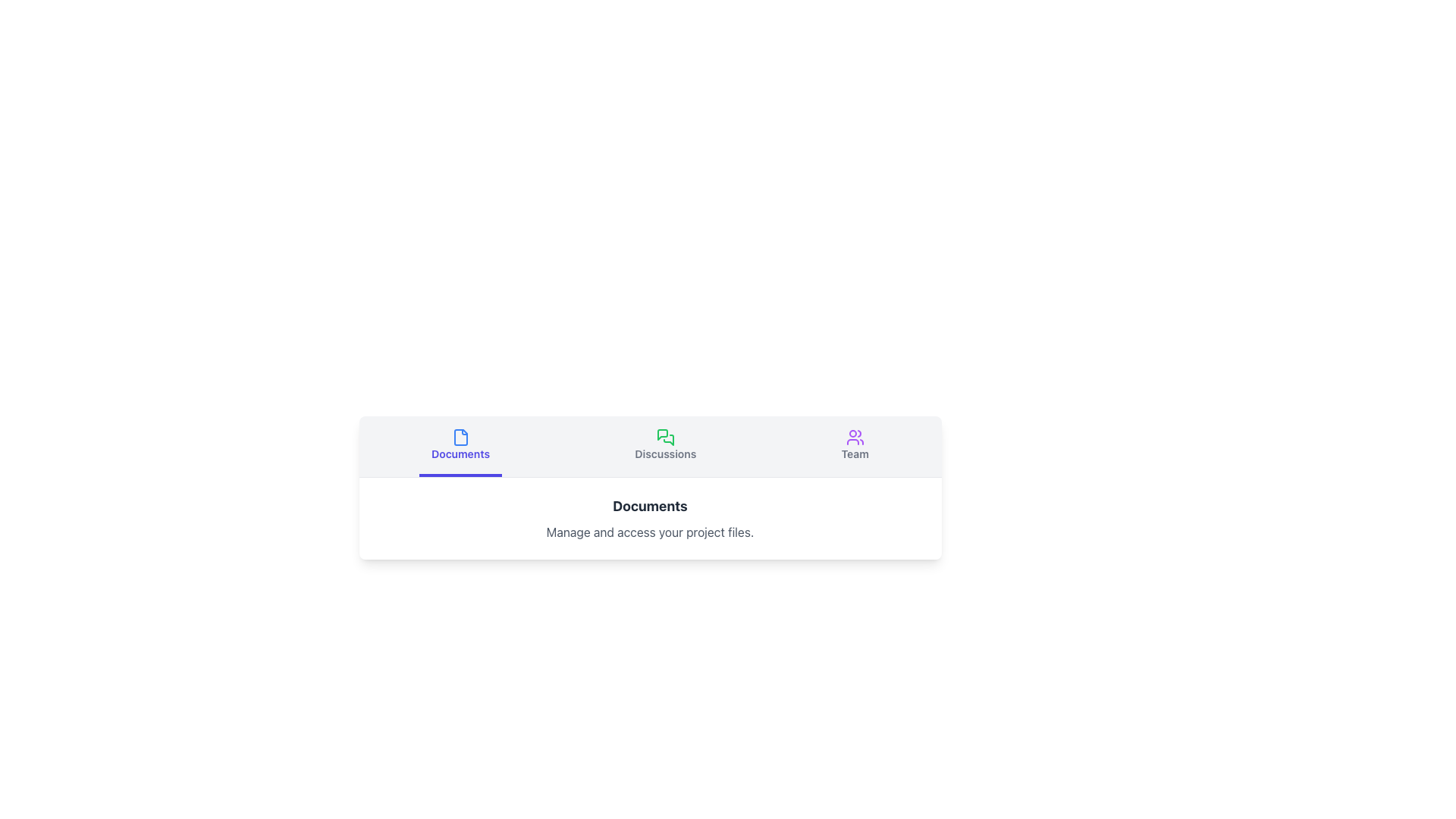  Describe the element at coordinates (460, 445) in the screenshot. I see `the navigational button on the leftmost side of the navigation bar` at that location.